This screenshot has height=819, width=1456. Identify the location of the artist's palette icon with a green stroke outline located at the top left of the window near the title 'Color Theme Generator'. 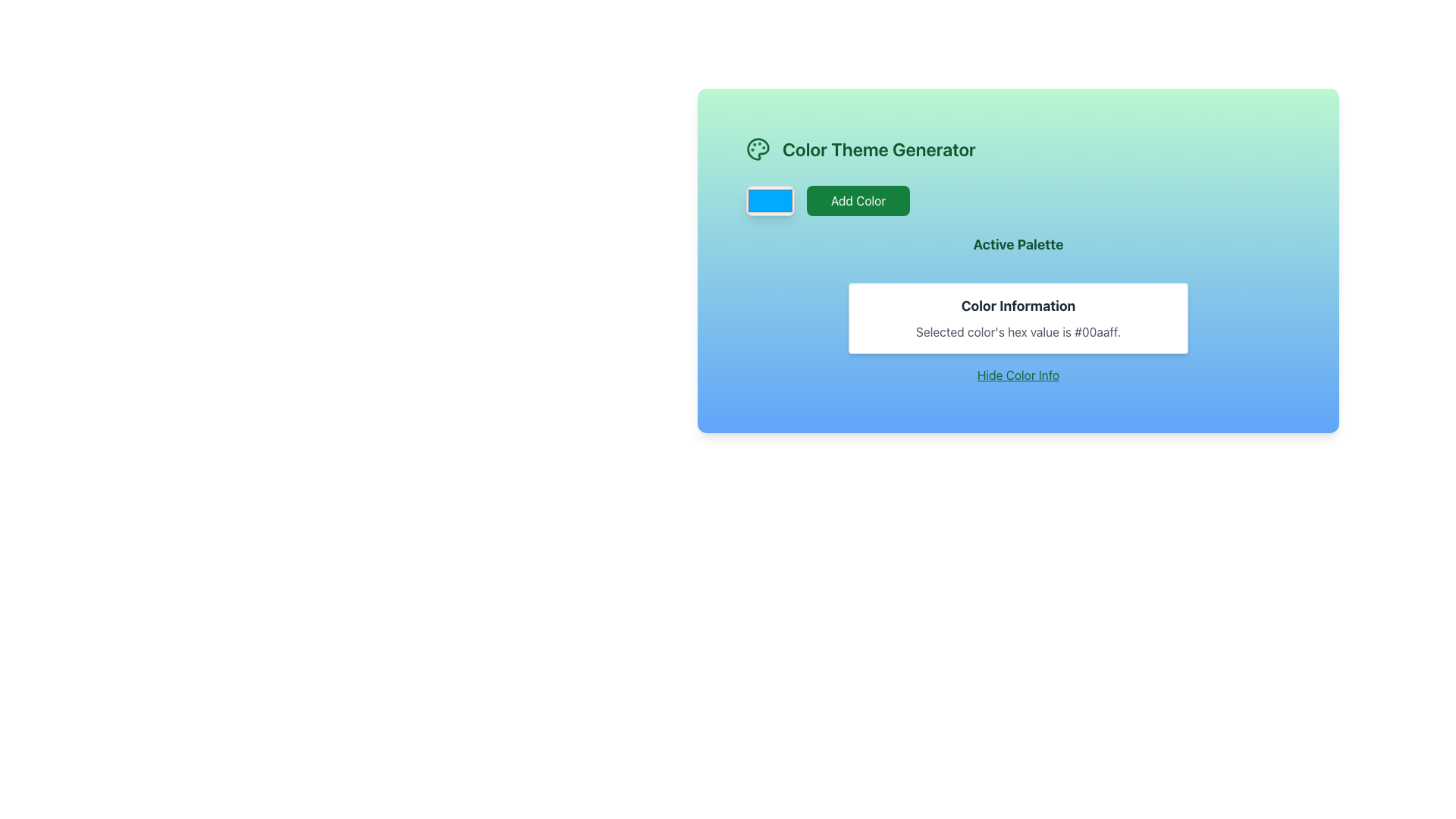
(758, 149).